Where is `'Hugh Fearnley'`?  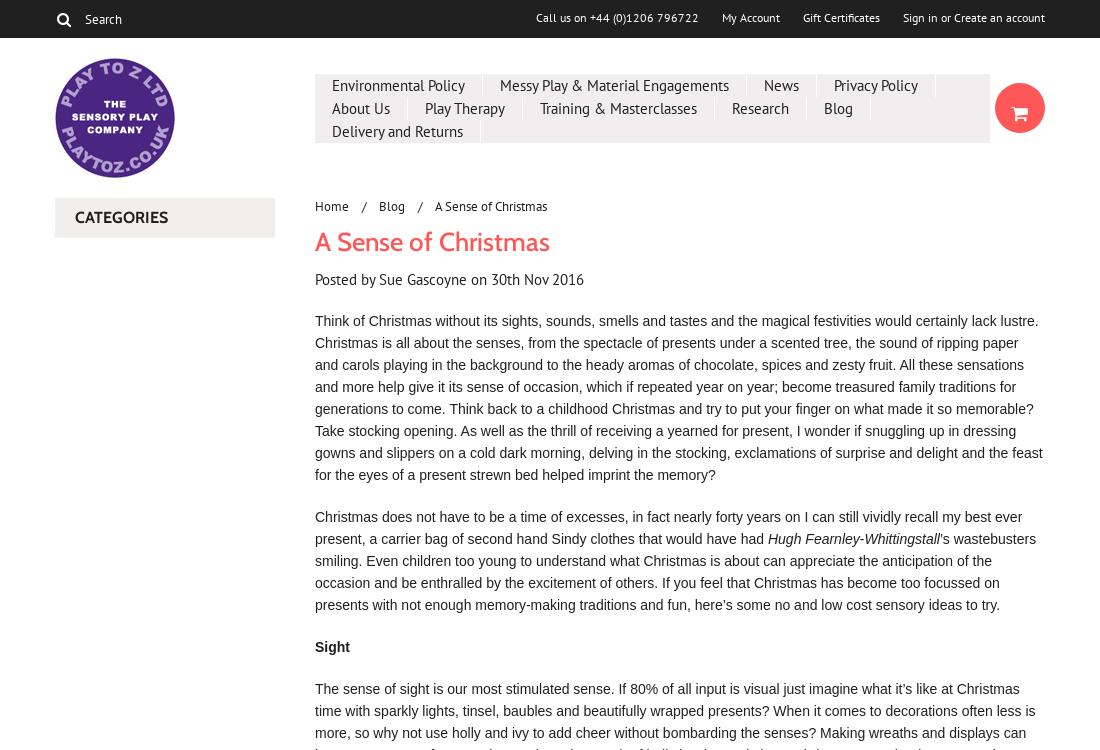
'Hugh Fearnley' is located at coordinates (813, 539).